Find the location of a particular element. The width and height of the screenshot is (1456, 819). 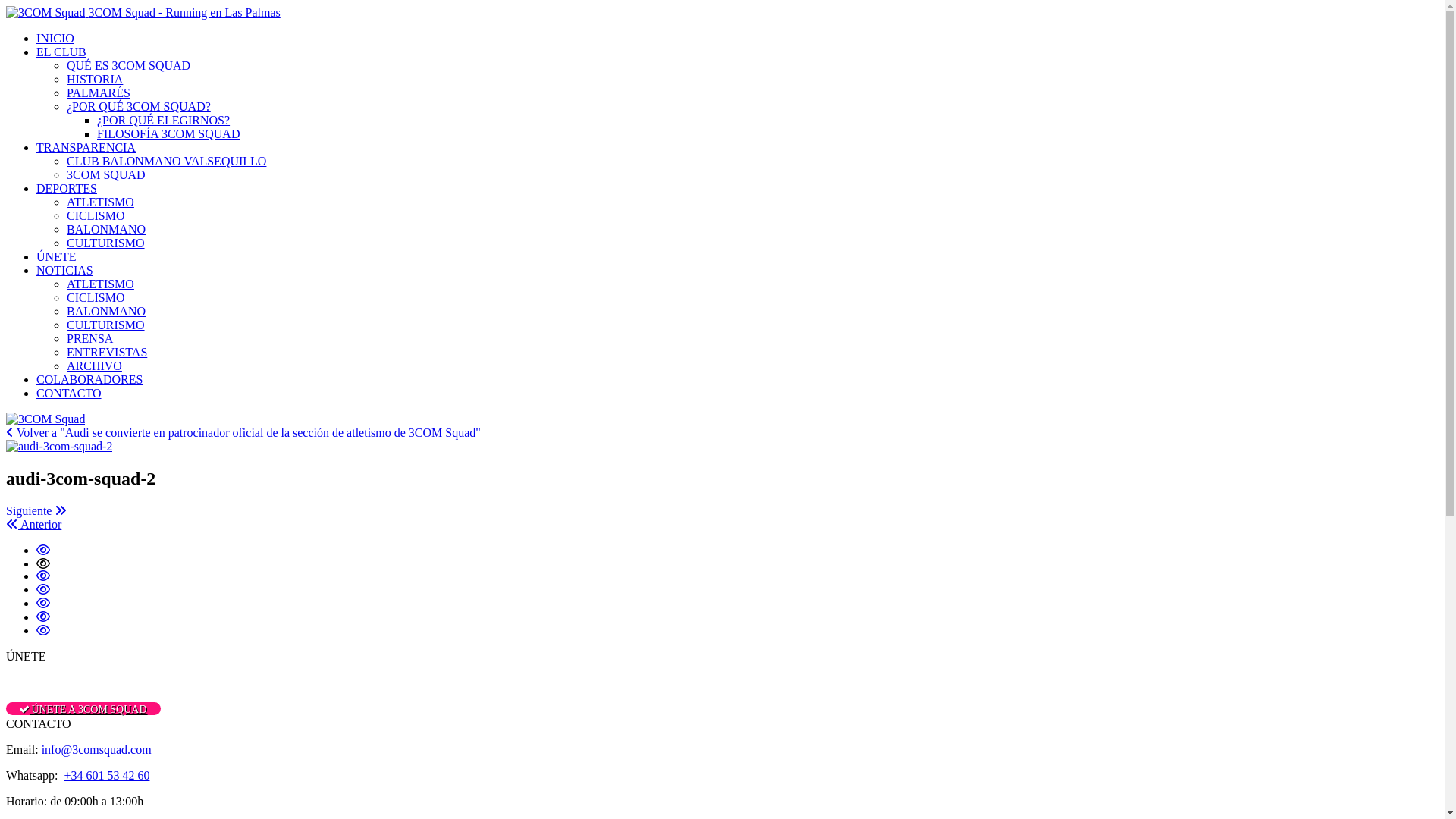

'3COM SQUAD' is located at coordinates (65, 174).